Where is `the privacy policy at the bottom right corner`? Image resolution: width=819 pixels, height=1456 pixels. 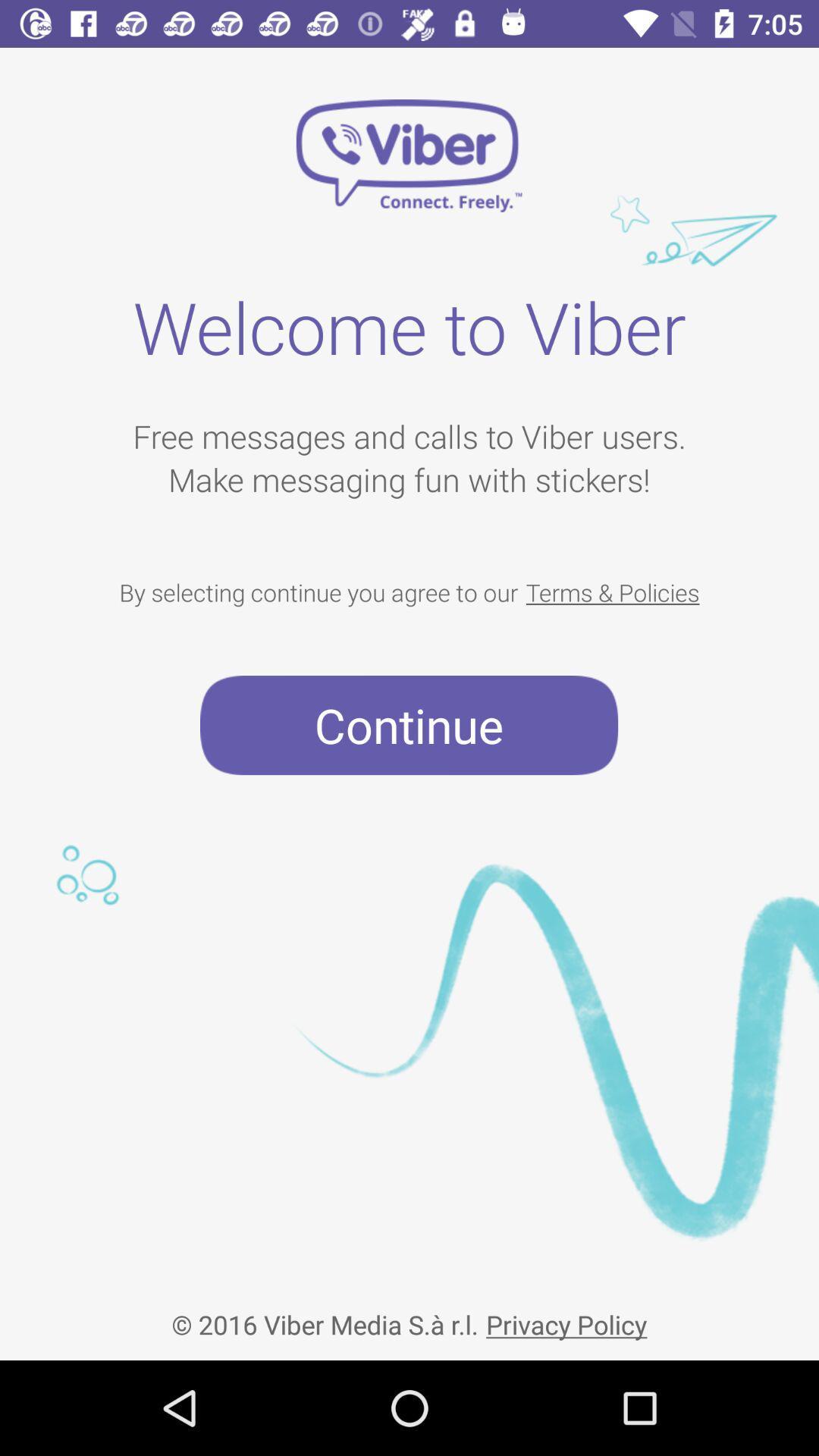
the privacy policy at the bottom right corner is located at coordinates (566, 1311).